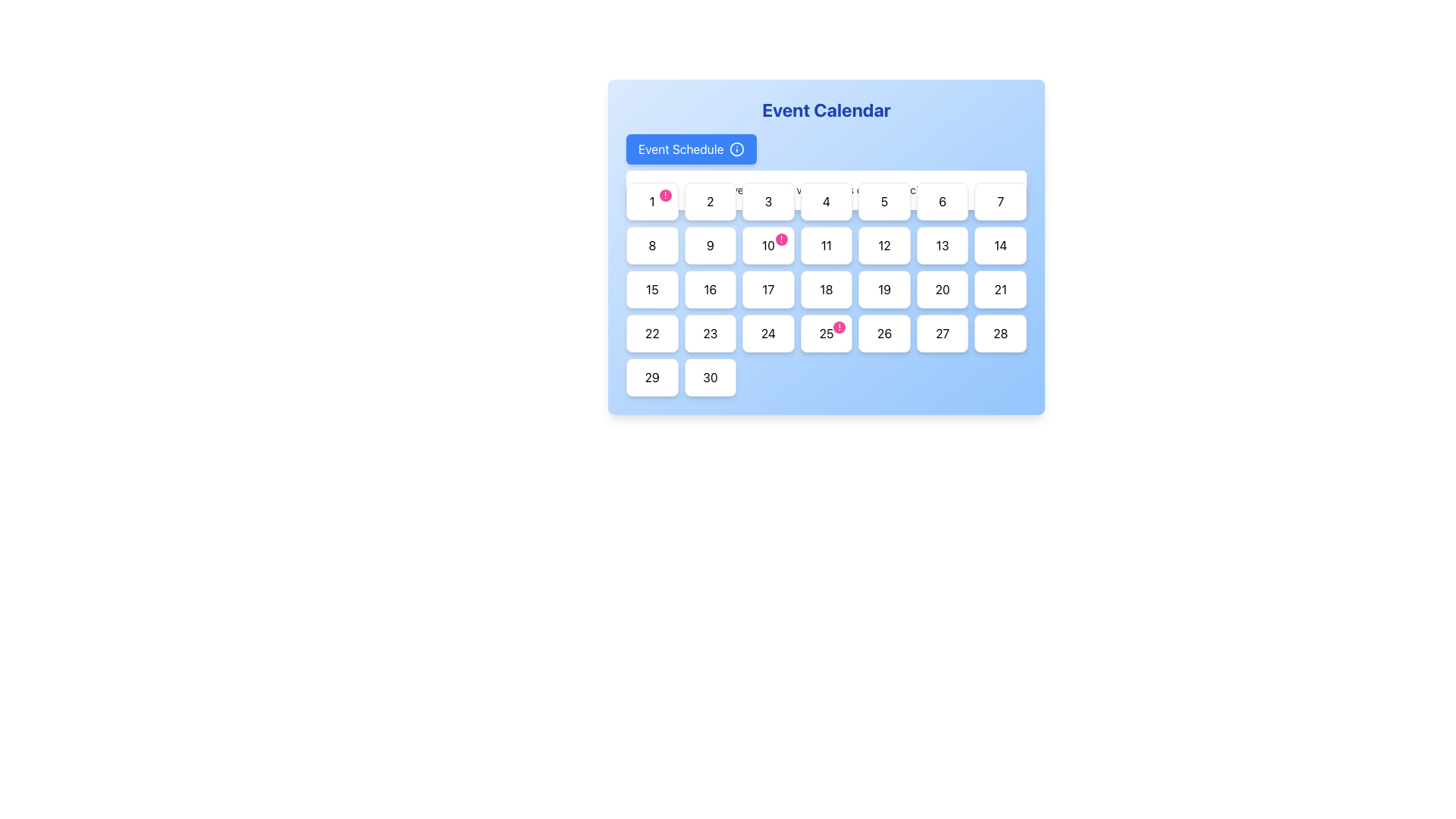 This screenshot has height=819, width=1456. Describe the element at coordinates (709, 376) in the screenshot. I see `the button displaying the number '30', which is a rectangular button with a white background and rounded corners` at that location.